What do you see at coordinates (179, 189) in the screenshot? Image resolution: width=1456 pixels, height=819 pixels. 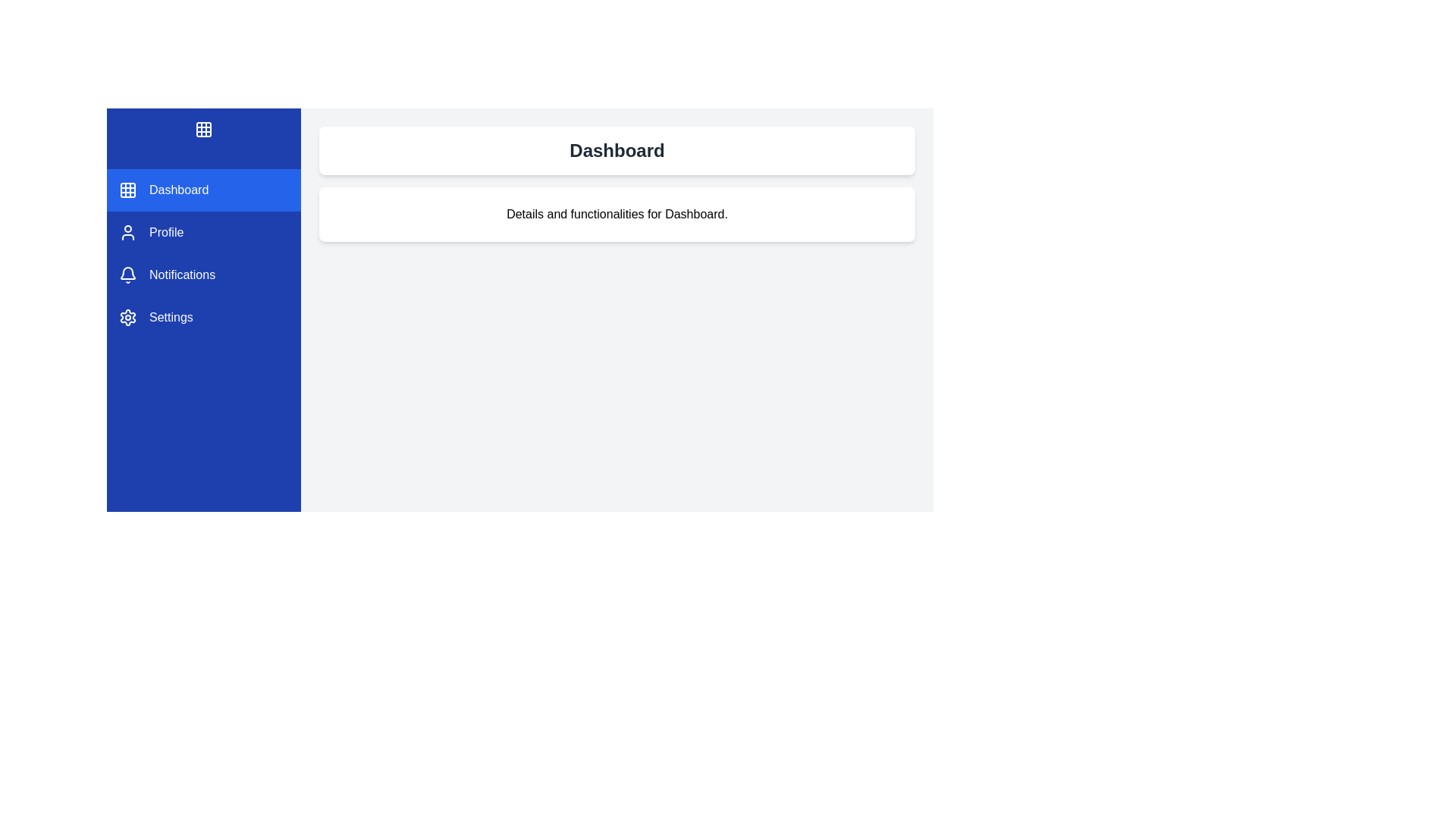 I see `the 'Dashboard' text label on the left side of the vertical navigation menu` at bounding box center [179, 189].